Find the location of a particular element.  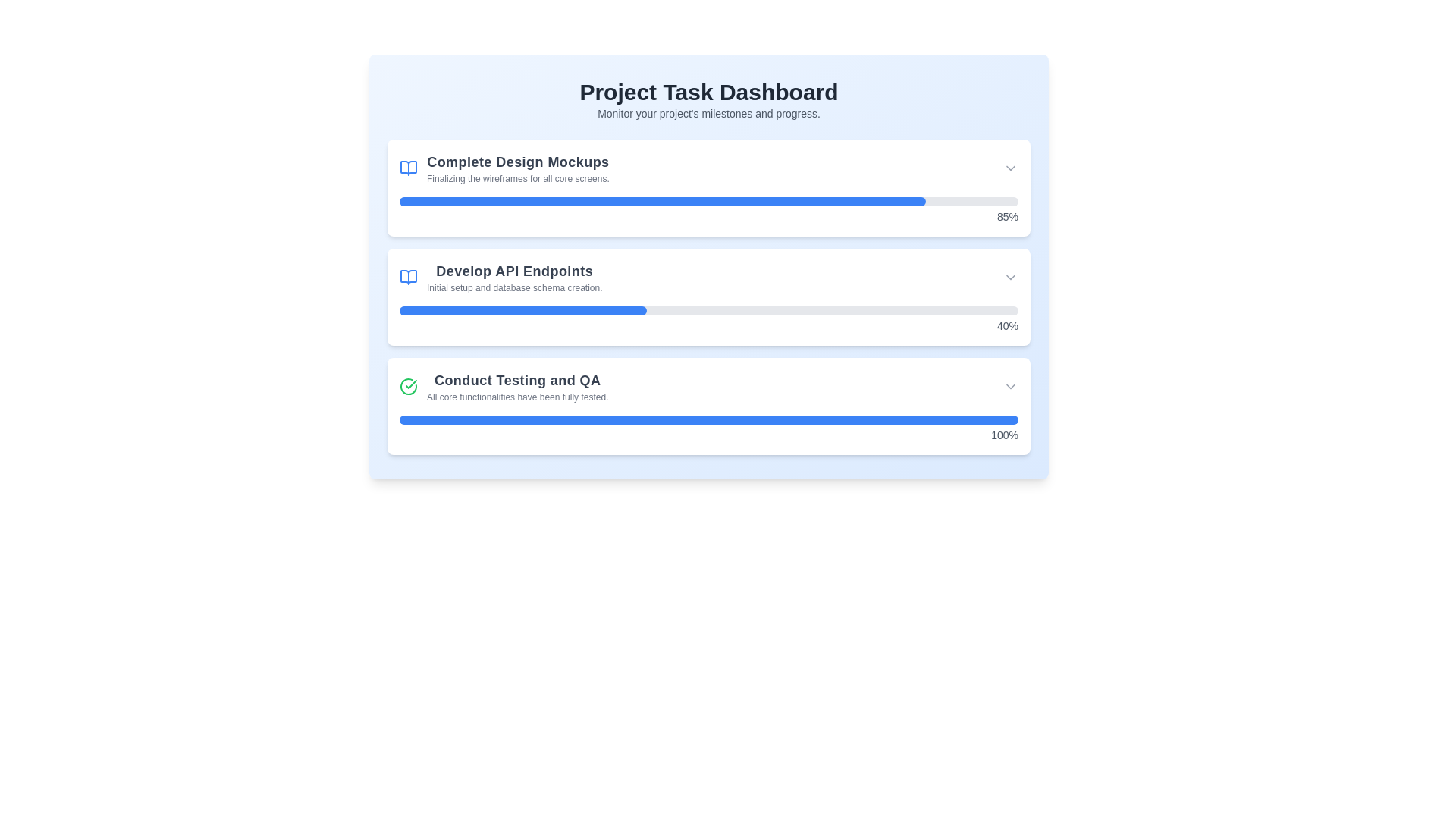

the Section Header titled 'Complete Design Mockups' with an open book icon, located in the first card of the vertically-stacked list of task cards in the project management dashboard is located at coordinates (504, 168).